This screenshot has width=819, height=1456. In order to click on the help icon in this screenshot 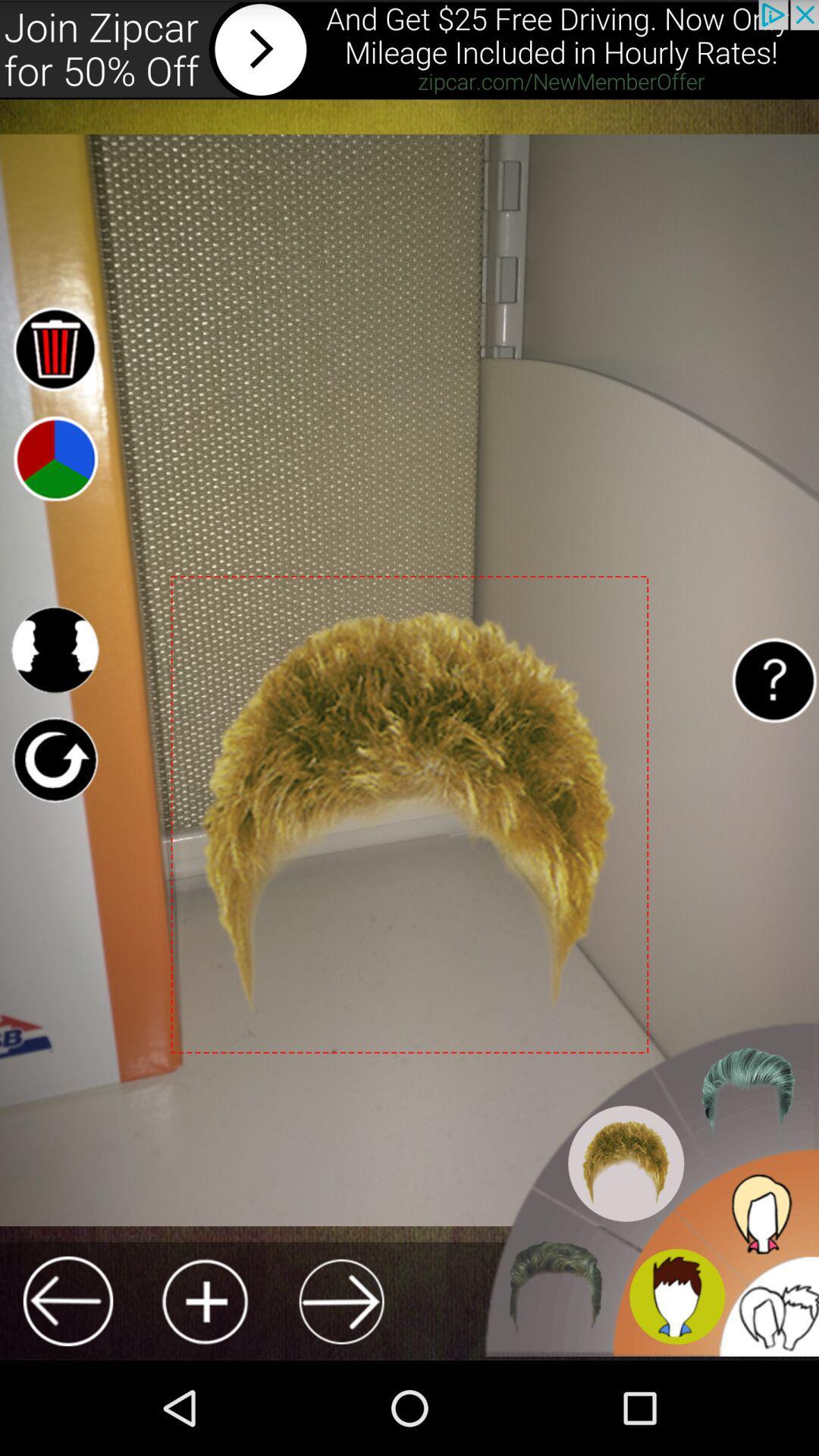, I will do `click(773, 728)`.